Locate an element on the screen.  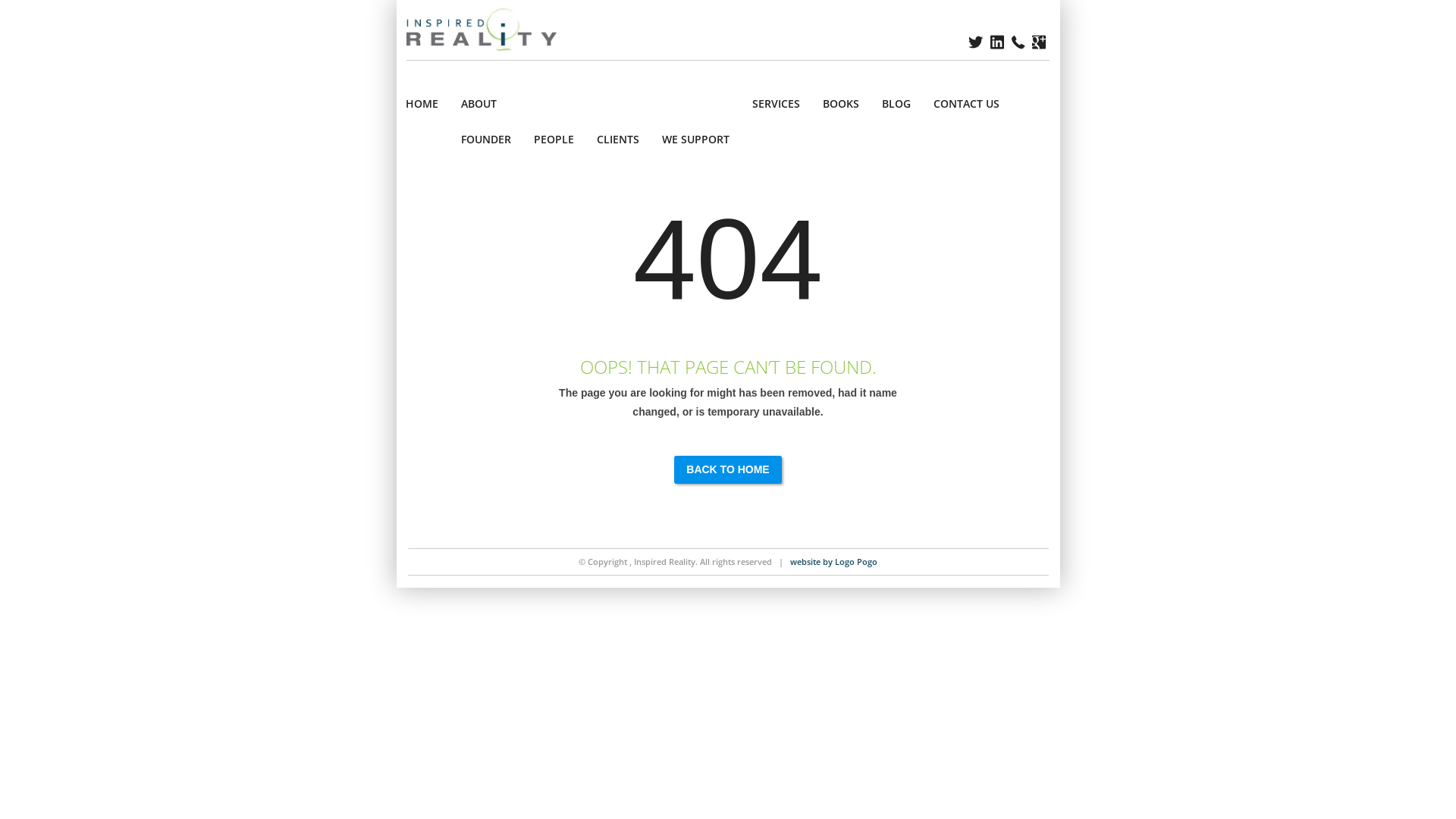
'website by Logo Pogo' is located at coordinates (833, 561).